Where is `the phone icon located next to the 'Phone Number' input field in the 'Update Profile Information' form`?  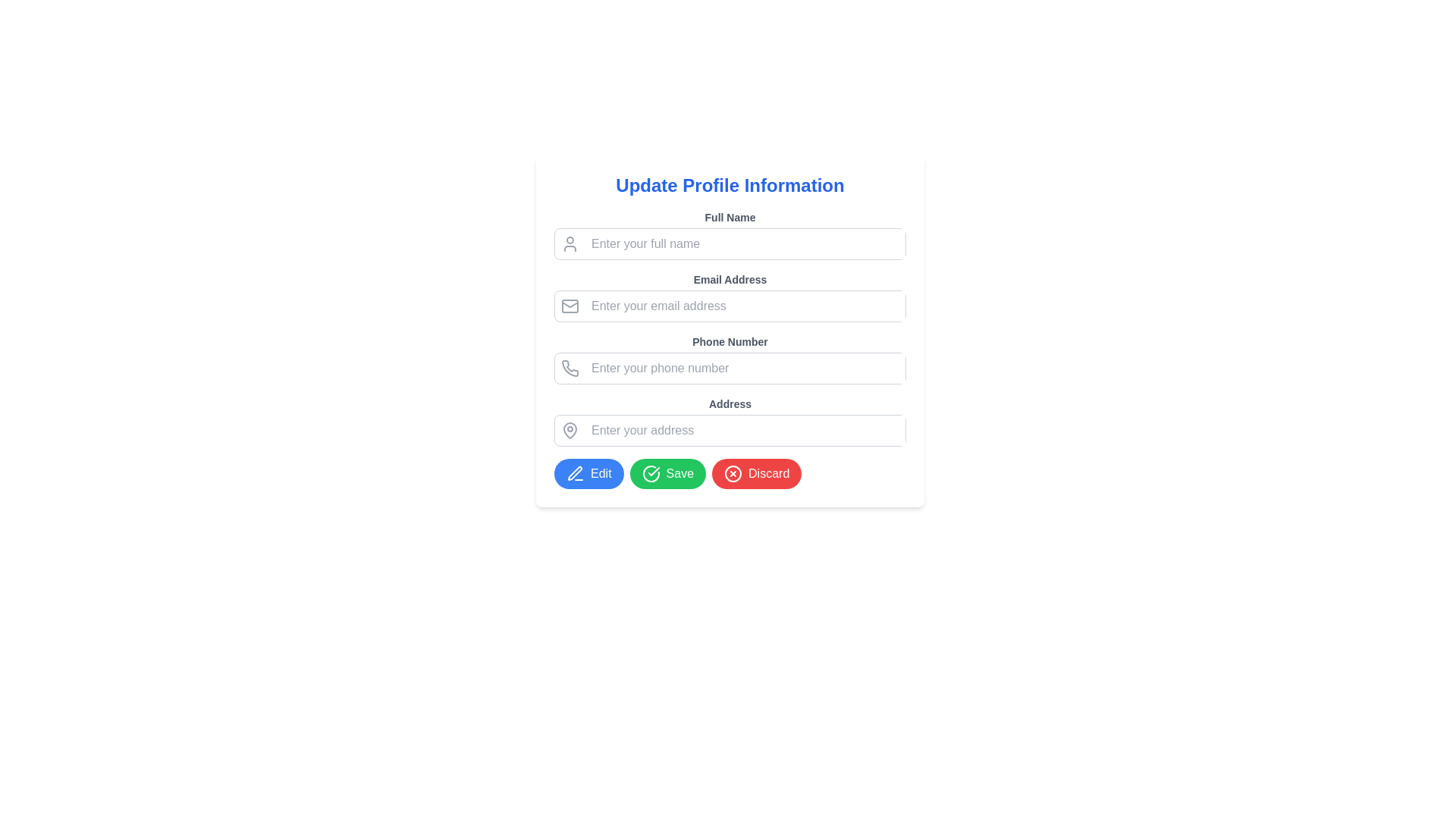 the phone icon located next to the 'Phone Number' input field in the 'Update Profile Information' form is located at coordinates (570, 369).